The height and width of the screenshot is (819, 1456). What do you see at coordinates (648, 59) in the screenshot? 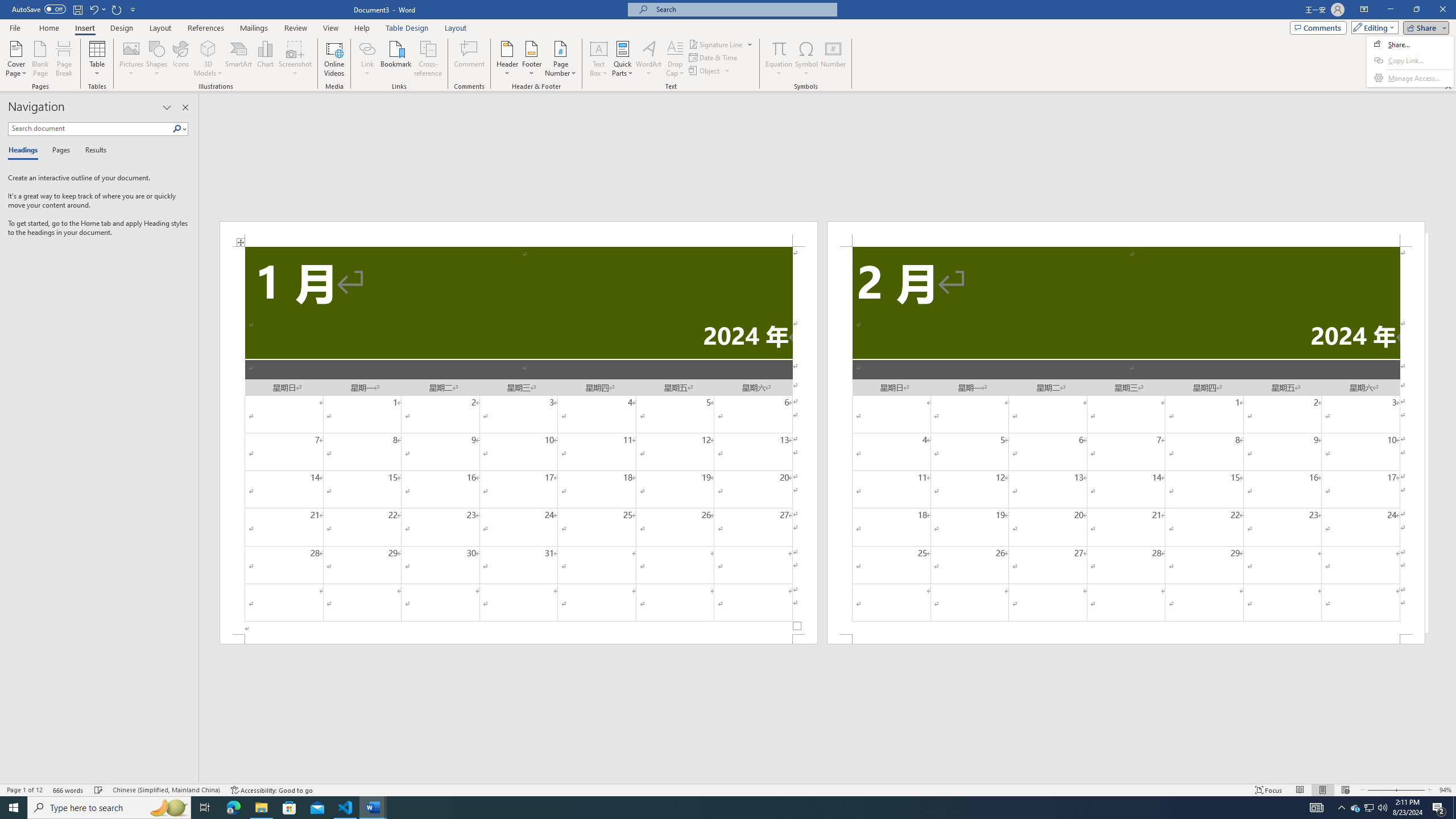
I see `'WordArt'` at bounding box center [648, 59].